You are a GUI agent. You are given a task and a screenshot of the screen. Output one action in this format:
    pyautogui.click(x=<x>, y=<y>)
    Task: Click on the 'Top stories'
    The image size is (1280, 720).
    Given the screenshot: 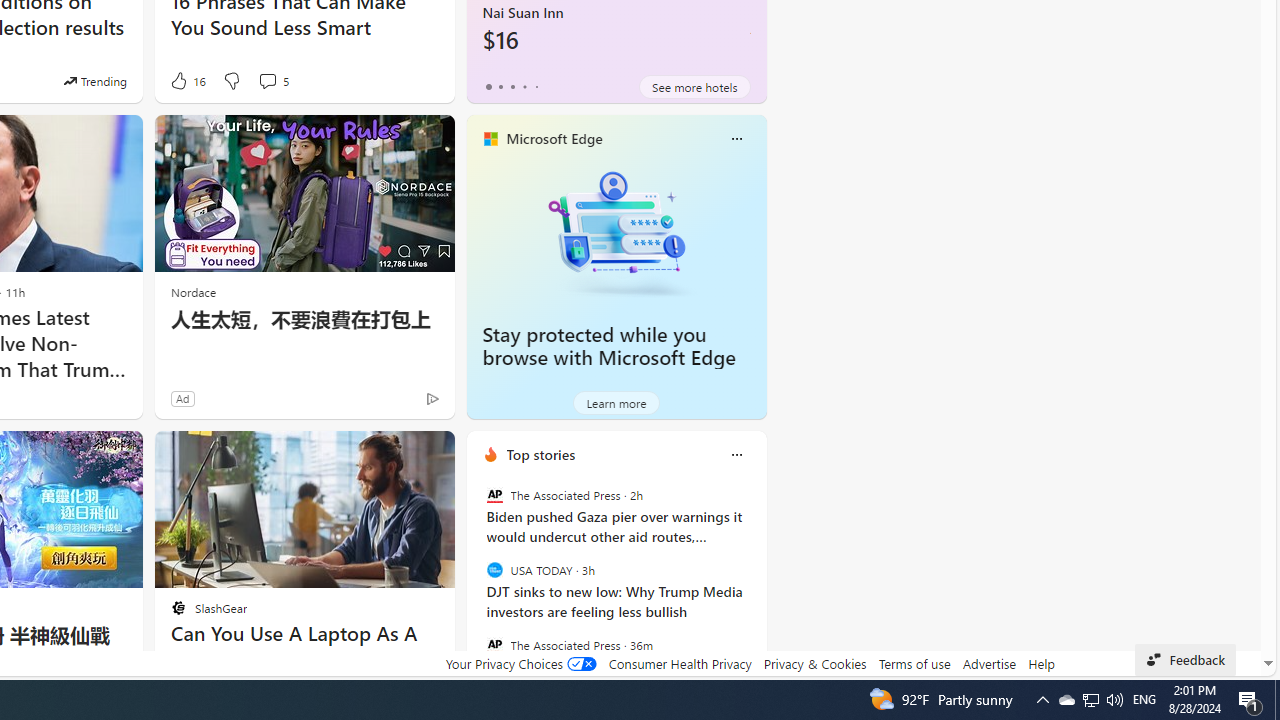 What is the action you would take?
    pyautogui.click(x=540, y=454)
    